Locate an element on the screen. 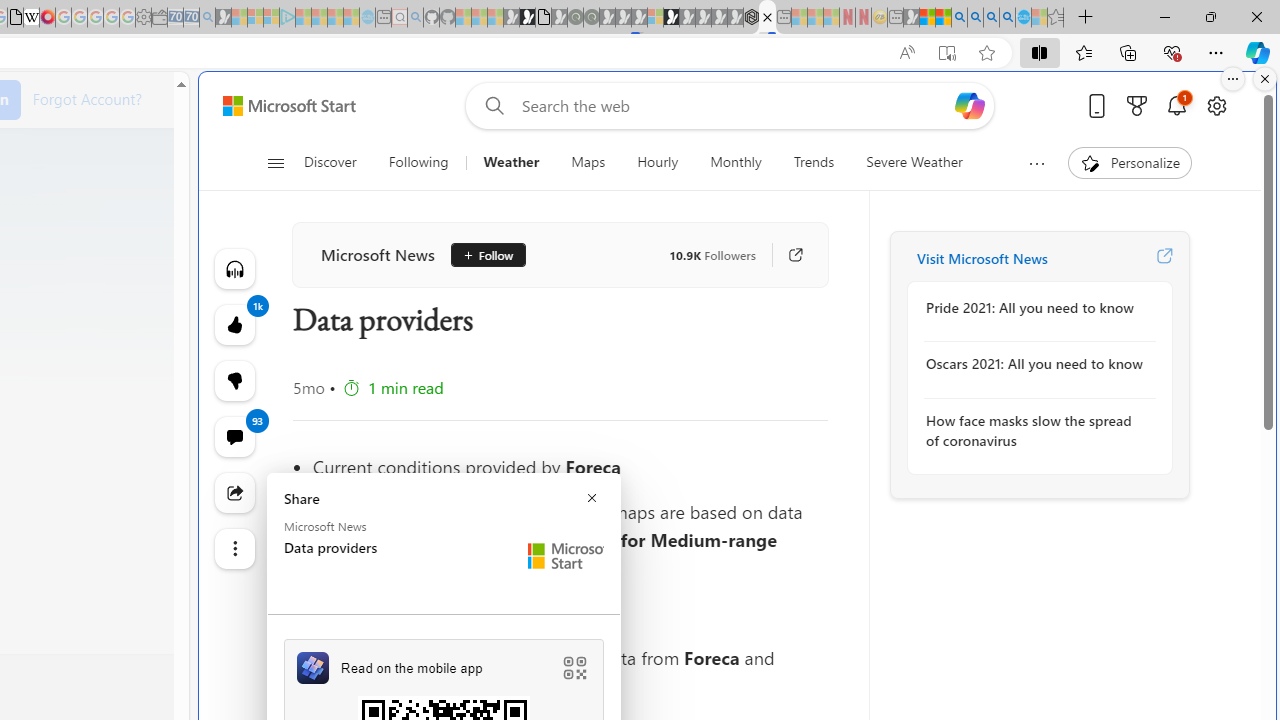  'View comments 93 Comment' is located at coordinates (234, 436).